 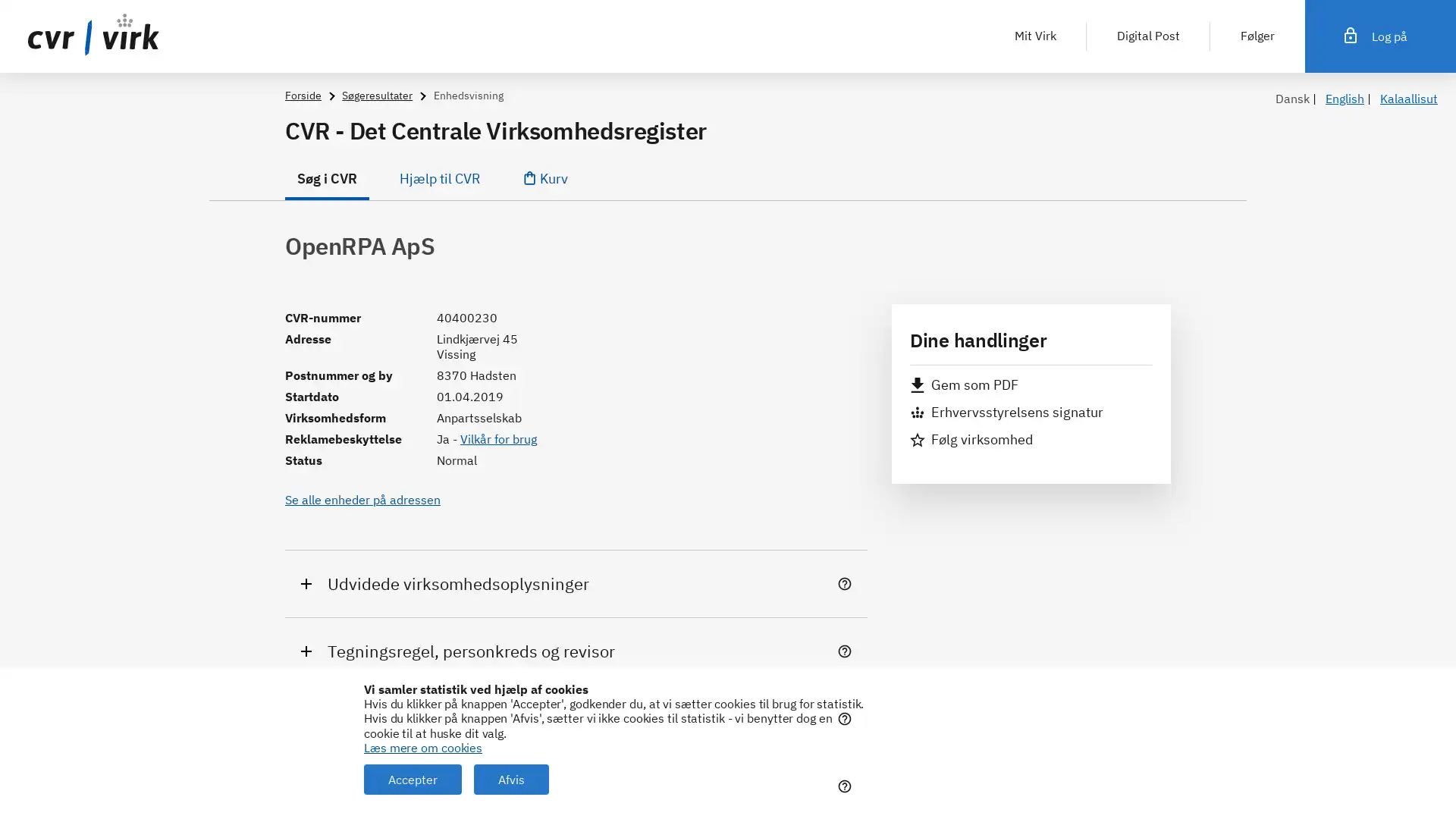 What do you see at coordinates (1345, 99) in the screenshot?
I see `English` at bounding box center [1345, 99].